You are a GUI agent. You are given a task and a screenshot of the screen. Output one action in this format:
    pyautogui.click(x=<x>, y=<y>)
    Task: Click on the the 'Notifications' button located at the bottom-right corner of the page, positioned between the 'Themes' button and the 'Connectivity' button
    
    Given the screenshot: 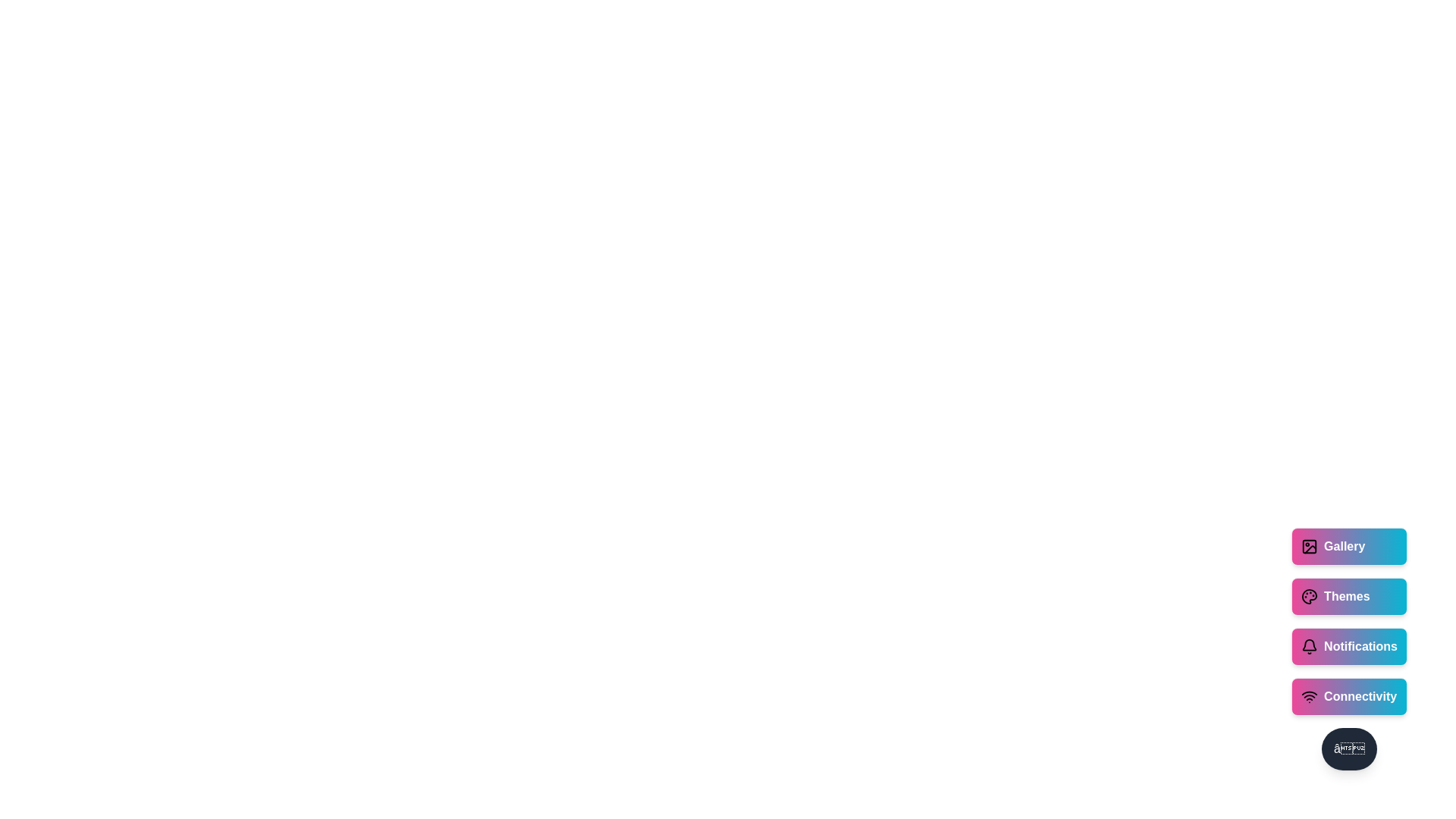 What is the action you would take?
    pyautogui.click(x=1349, y=648)
    